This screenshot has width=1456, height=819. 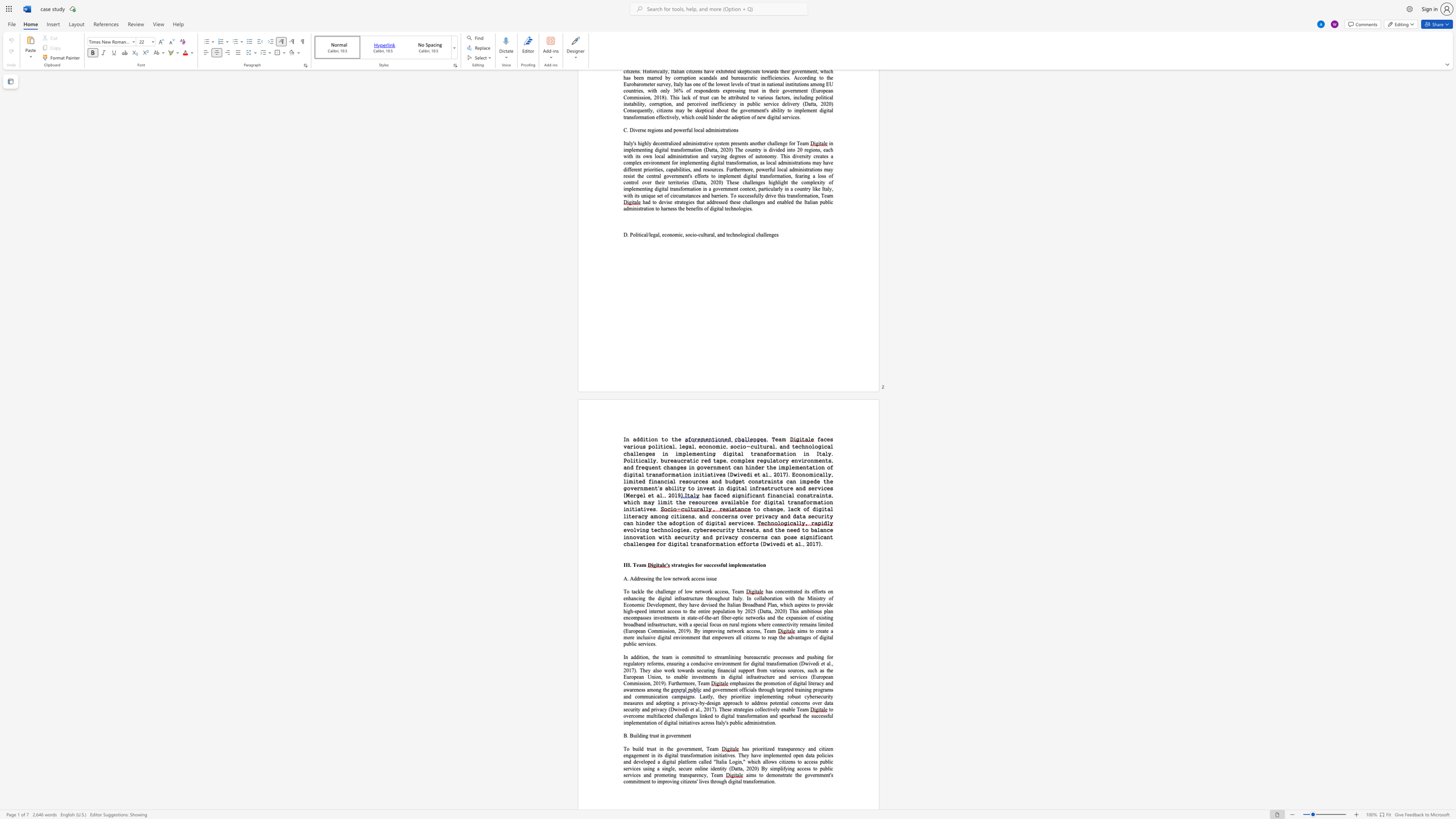 I want to click on the subset text "addition to" within the text "In addition to the", so click(x=632, y=439).